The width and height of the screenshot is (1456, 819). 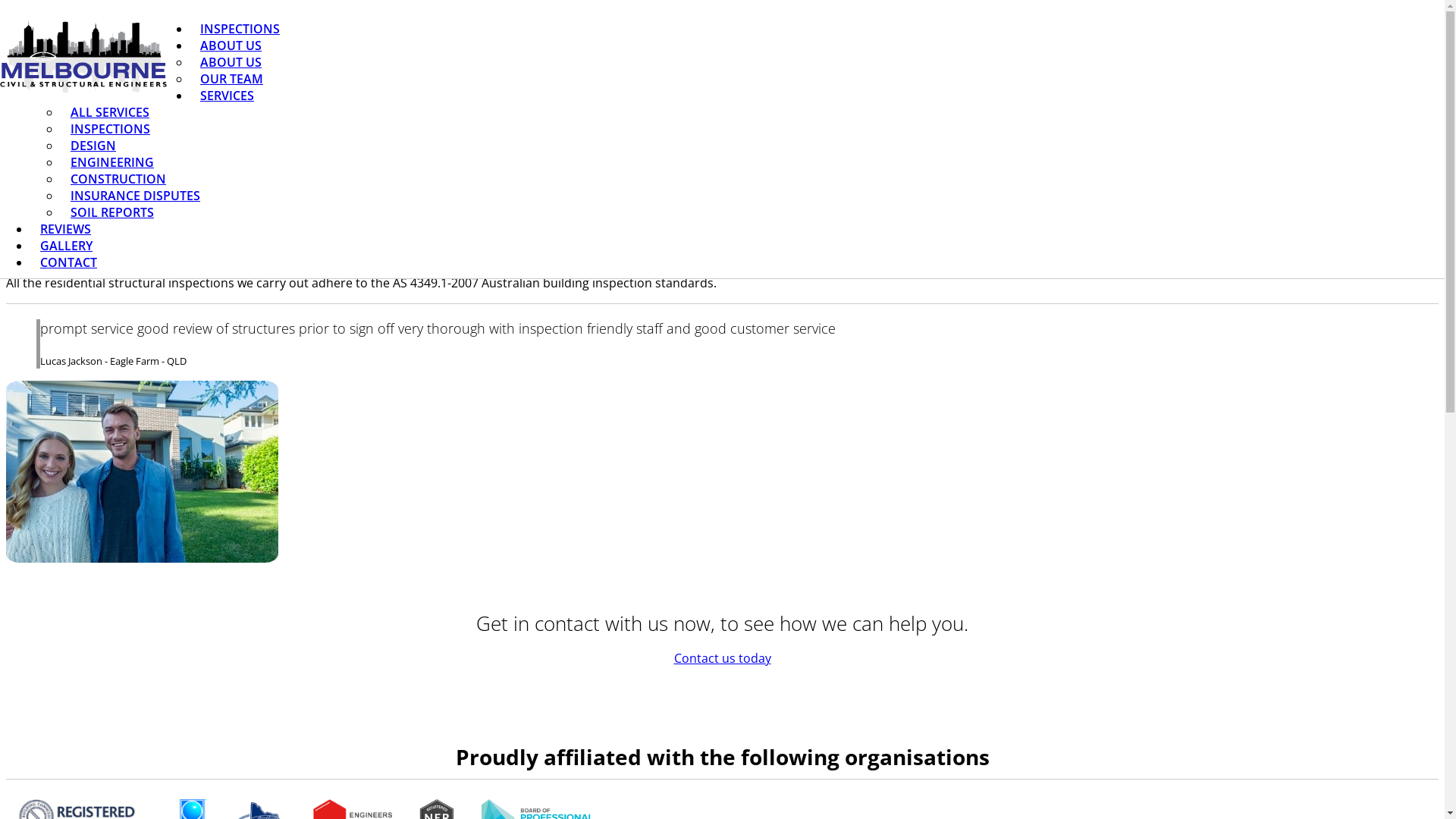 What do you see at coordinates (109, 127) in the screenshot?
I see `'INSPECTIONS'` at bounding box center [109, 127].